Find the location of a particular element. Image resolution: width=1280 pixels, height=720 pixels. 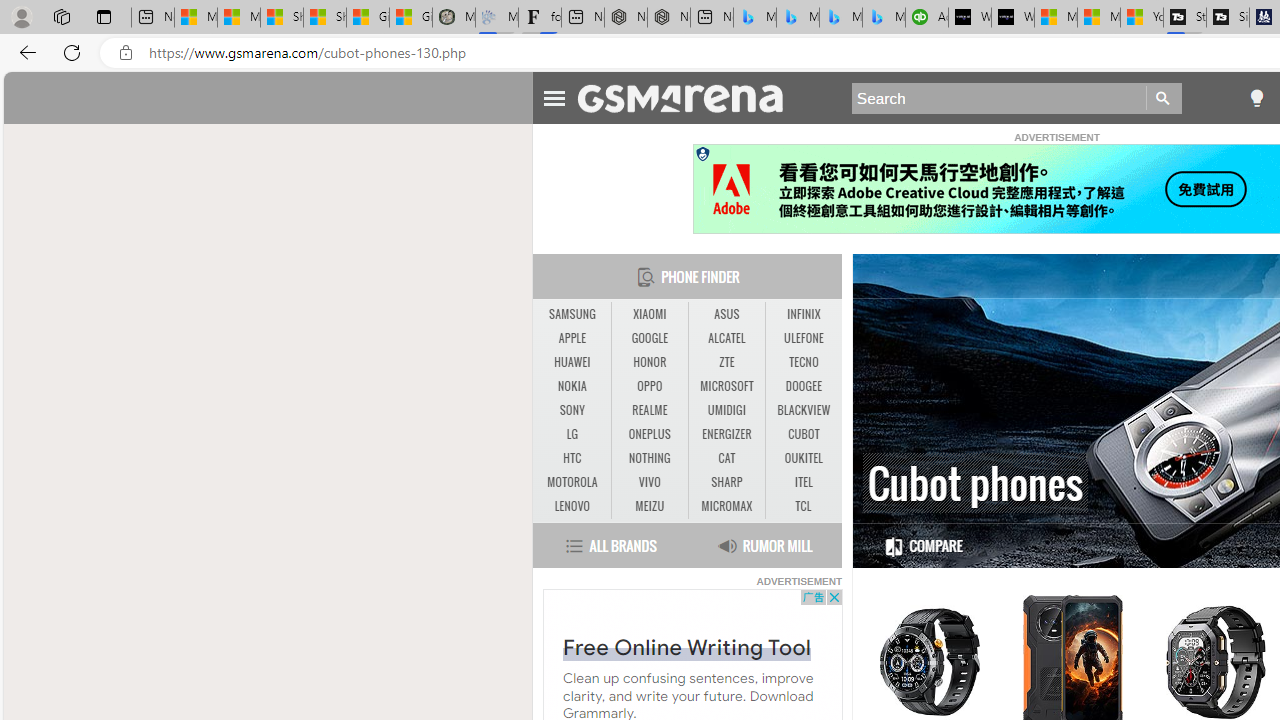

'ZTE' is located at coordinates (726, 362).